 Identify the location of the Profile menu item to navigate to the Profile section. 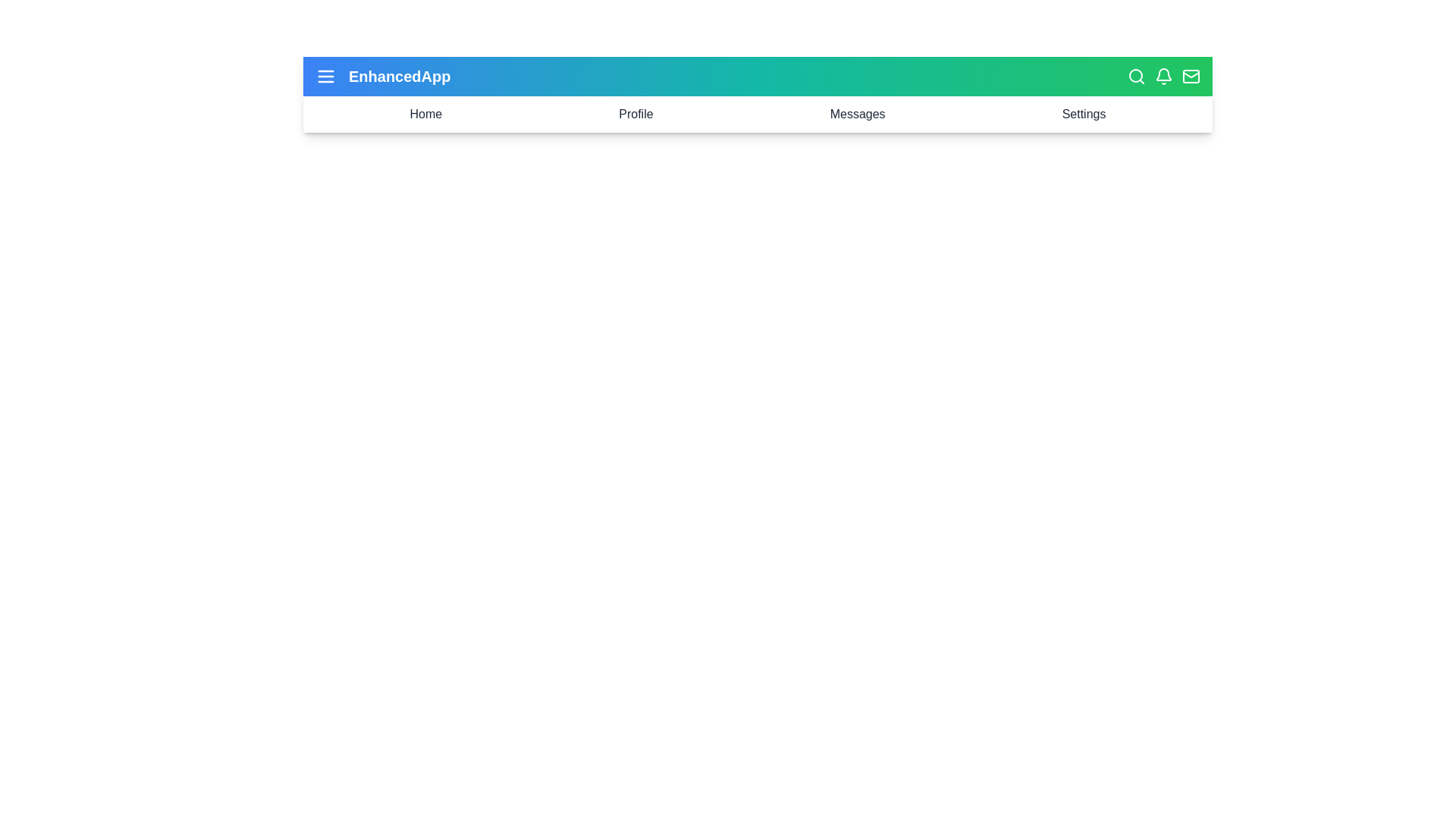
(635, 113).